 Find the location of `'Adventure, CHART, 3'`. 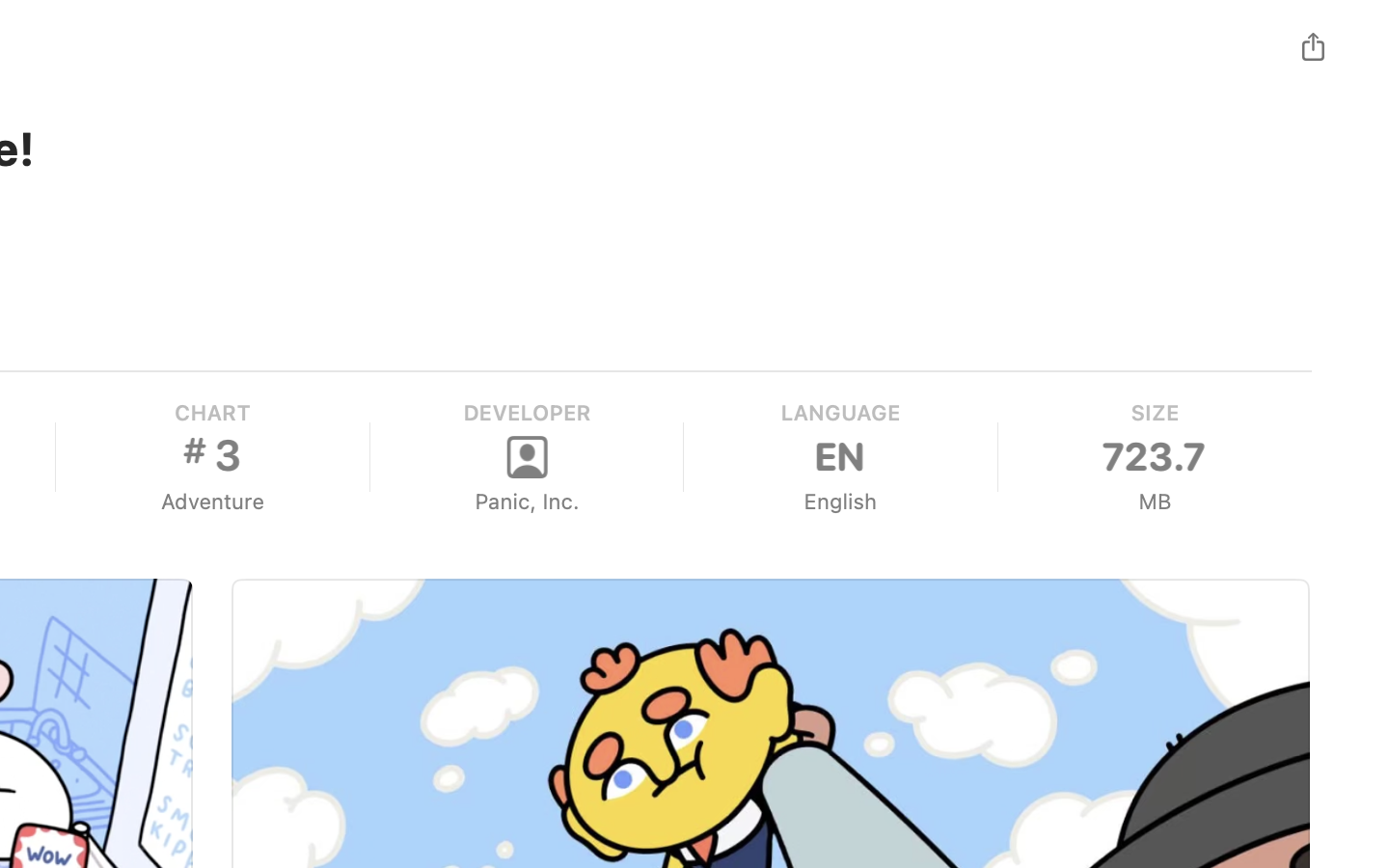

'Adventure, CHART, 3' is located at coordinates (212, 456).